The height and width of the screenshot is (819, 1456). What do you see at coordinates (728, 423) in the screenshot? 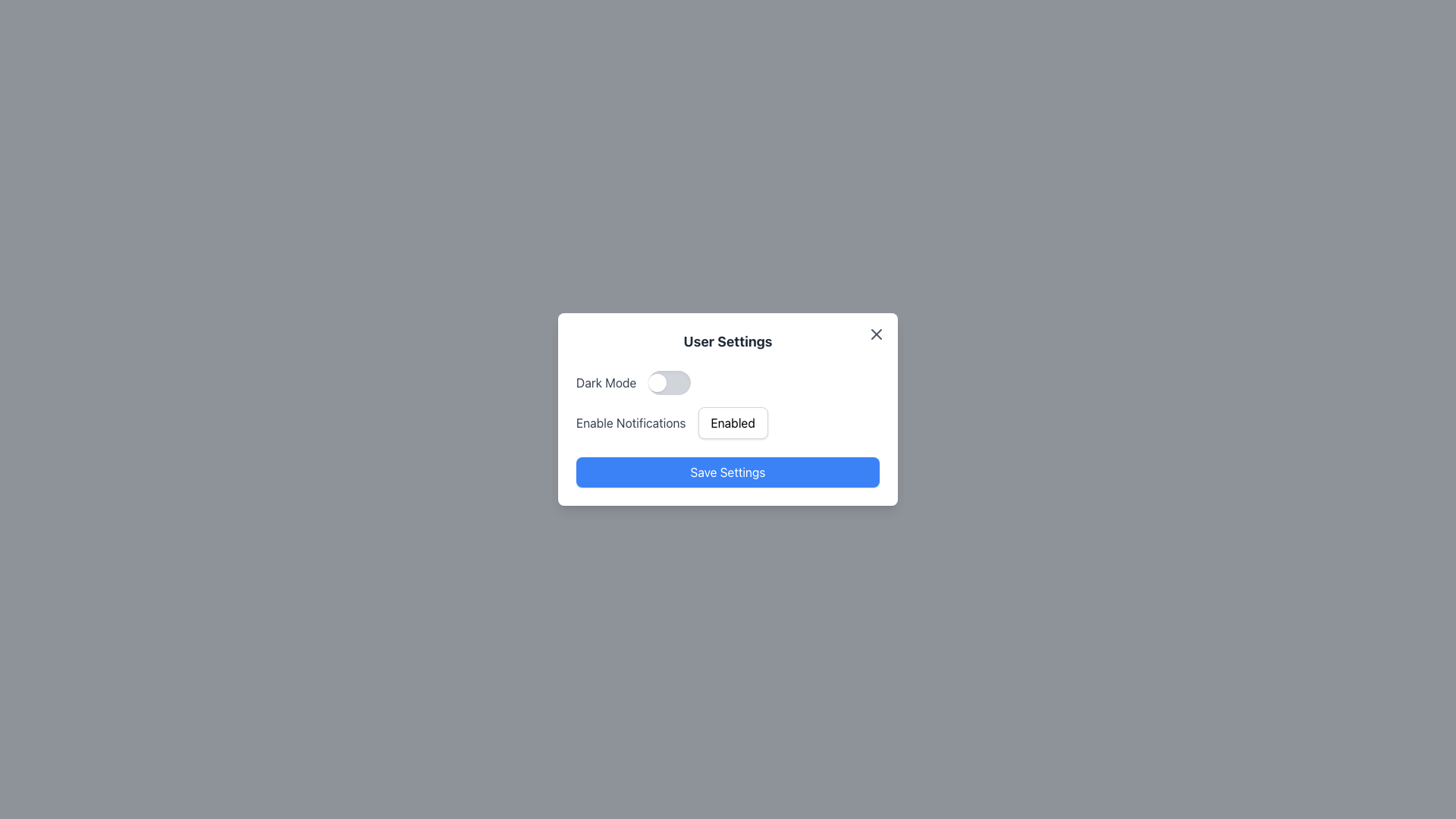
I see `the 'Enabled' button of the Toggle element for notification settings located in the lower part of the 'User Settings' dialog to change its state` at bounding box center [728, 423].